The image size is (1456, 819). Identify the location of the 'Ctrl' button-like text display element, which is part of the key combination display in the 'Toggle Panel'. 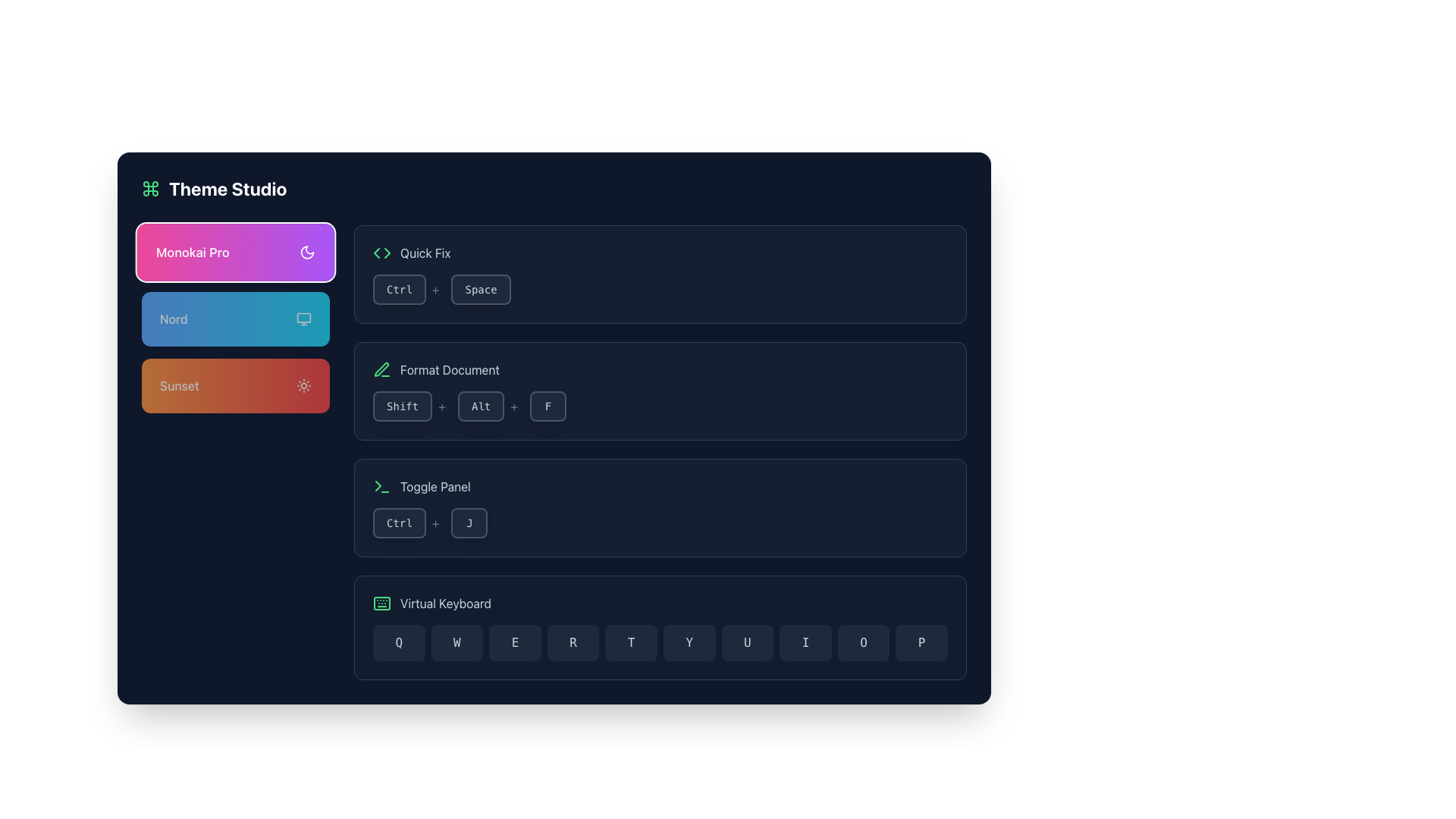
(399, 522).